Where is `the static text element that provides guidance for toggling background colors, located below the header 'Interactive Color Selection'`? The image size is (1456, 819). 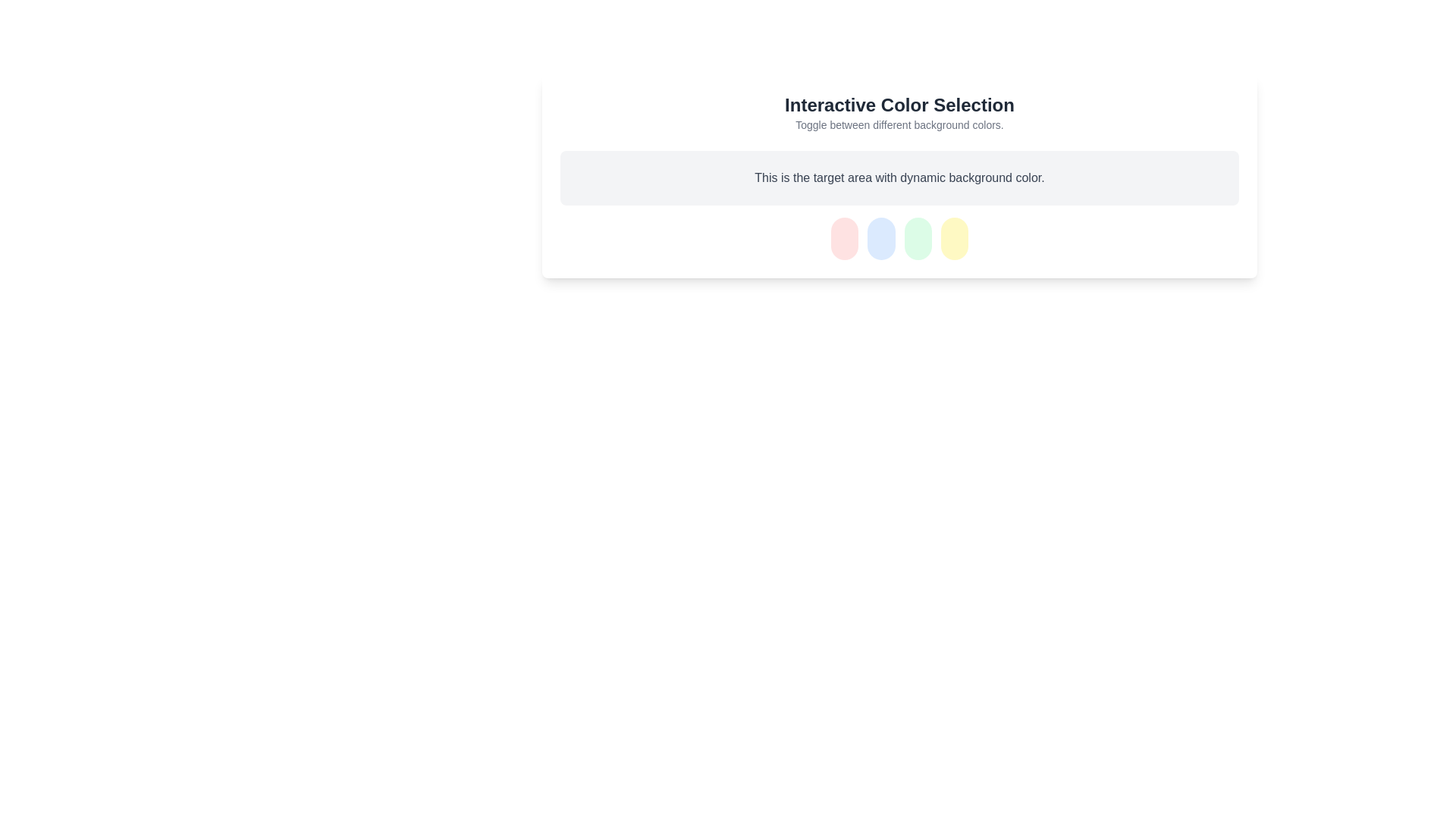 the static text element that provides guidance for toggling background colors, located below the header 'Interactive Color Selection' is located at coordinates (899, 124).